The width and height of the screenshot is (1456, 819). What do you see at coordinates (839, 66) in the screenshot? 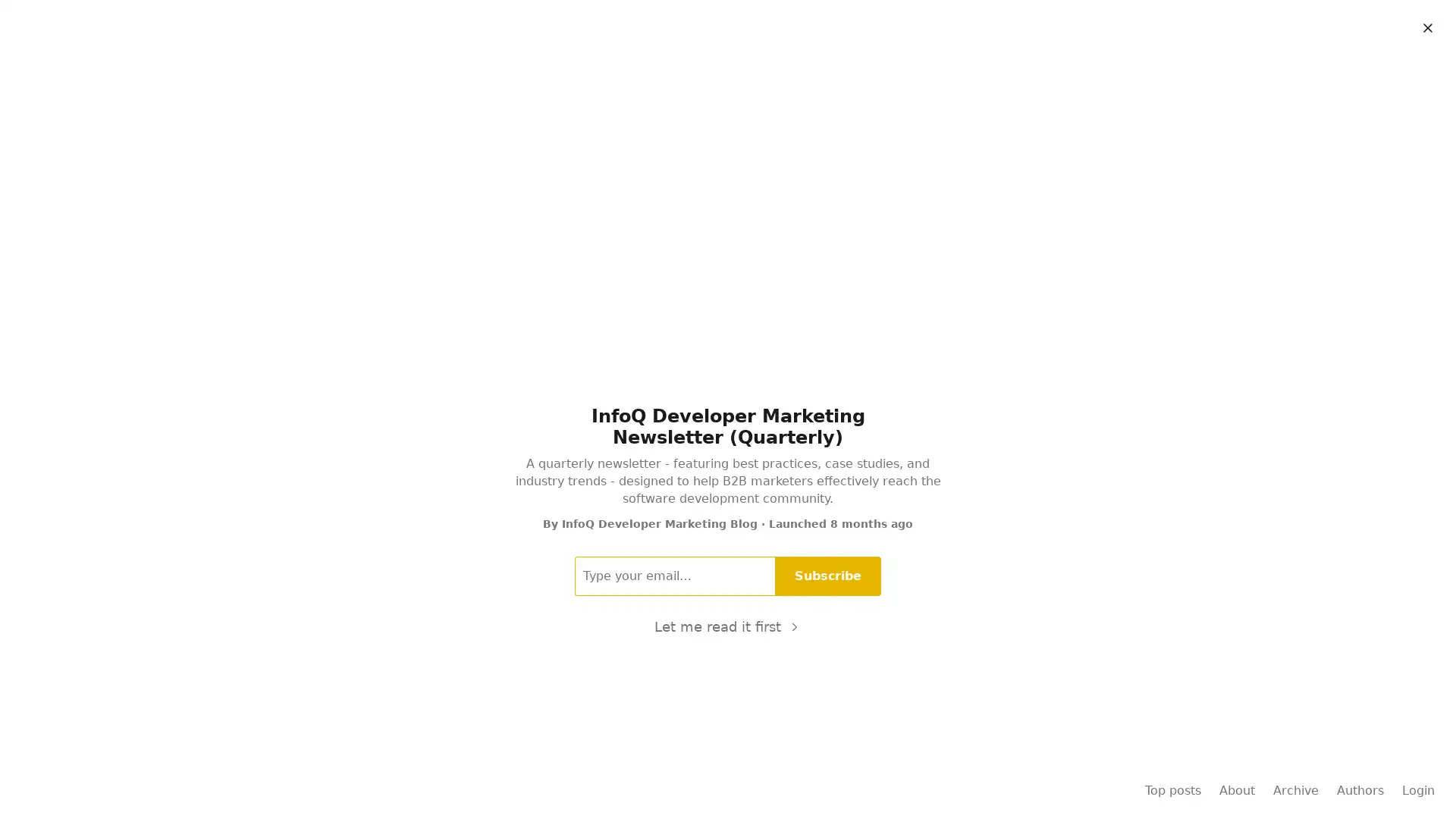
I see `Trends` at bounding box center [839, 66].